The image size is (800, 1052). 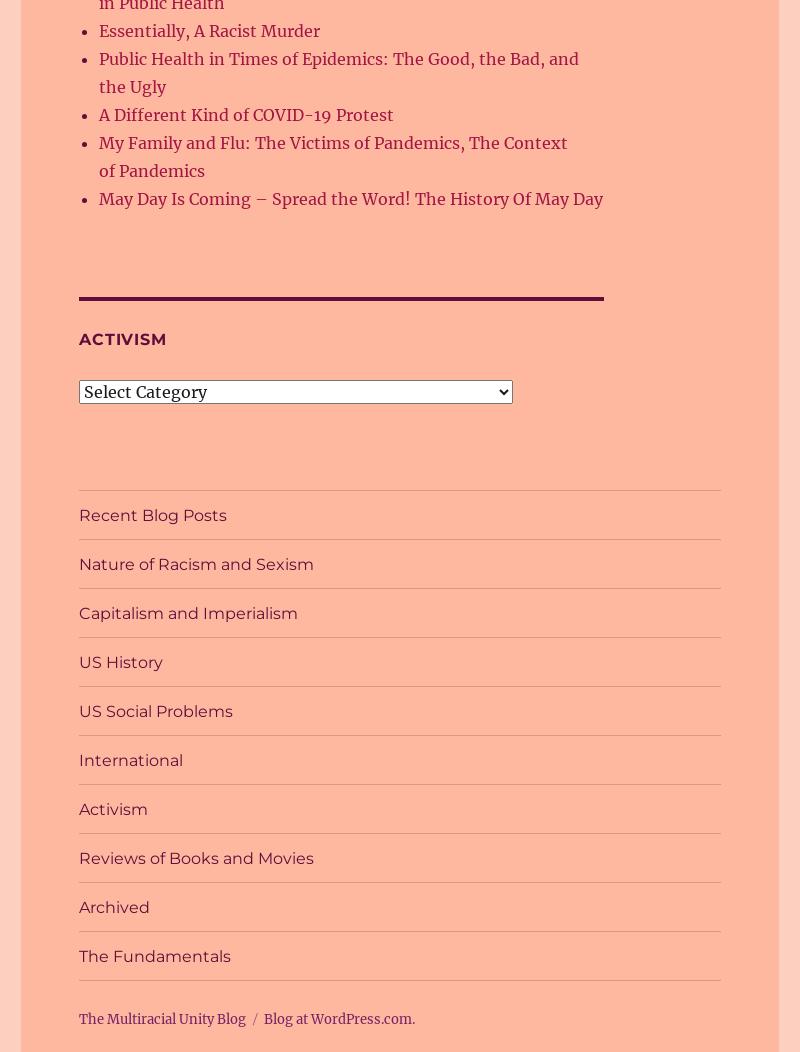 I want to click on 'The Fundamentals', so click(x=79, y=954).